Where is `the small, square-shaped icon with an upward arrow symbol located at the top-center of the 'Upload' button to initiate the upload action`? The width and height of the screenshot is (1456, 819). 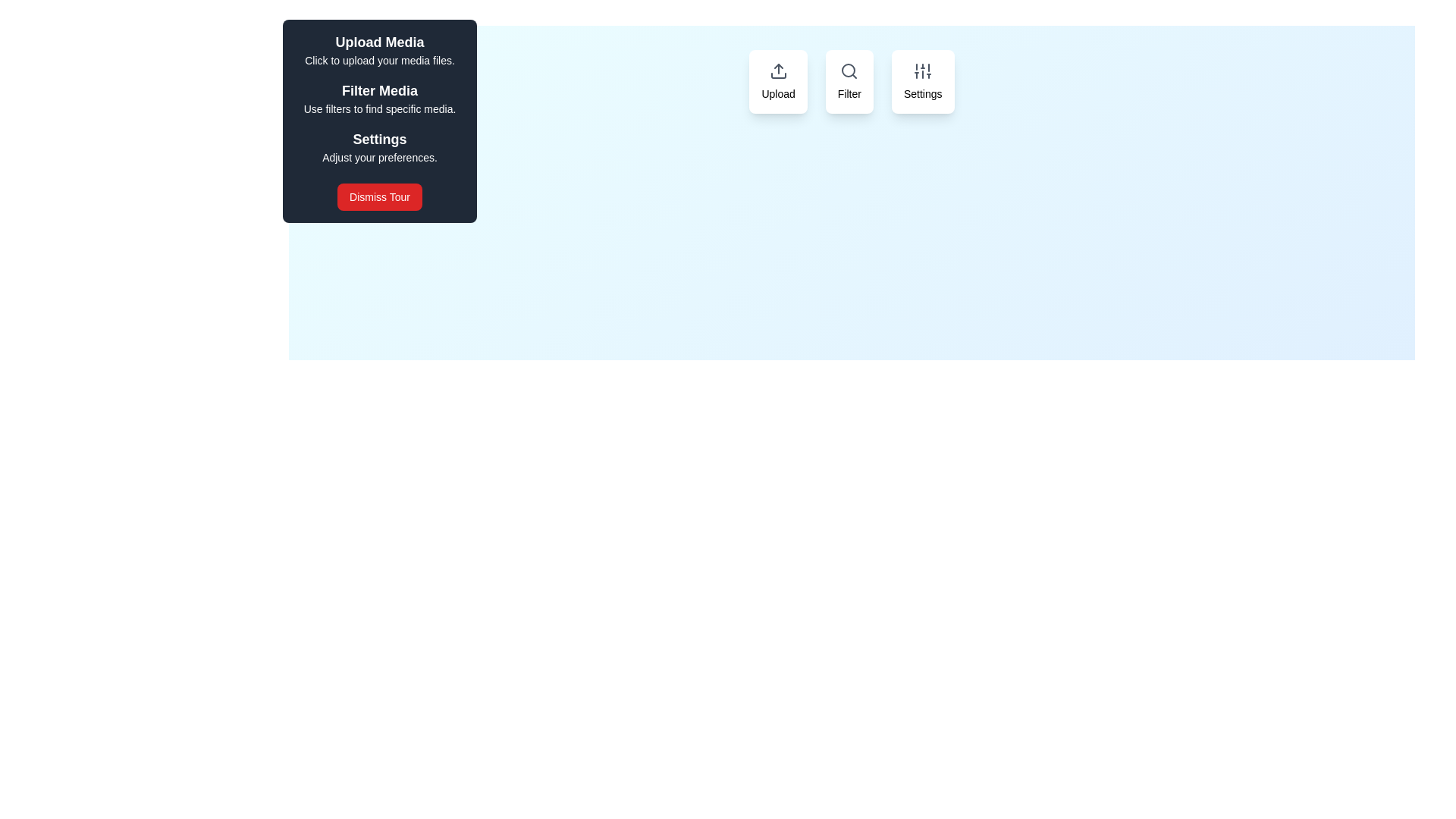 the small, square-shaped icon with an upward arrow symbol located at the top-center of the 'Upload' button to initiate the upload action is located at coordinates (778, 71).